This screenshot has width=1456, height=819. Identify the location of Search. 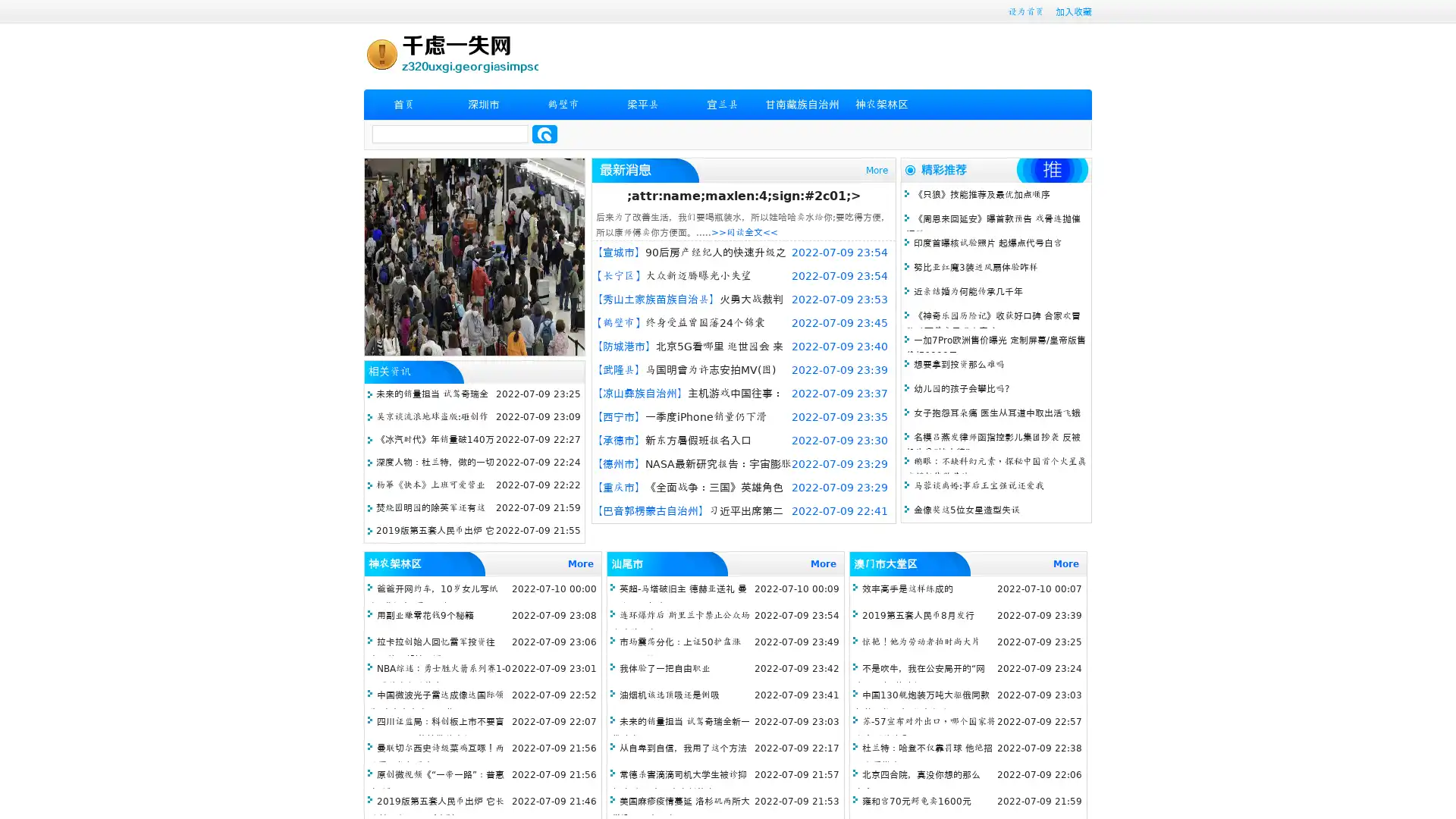
(544, 133).